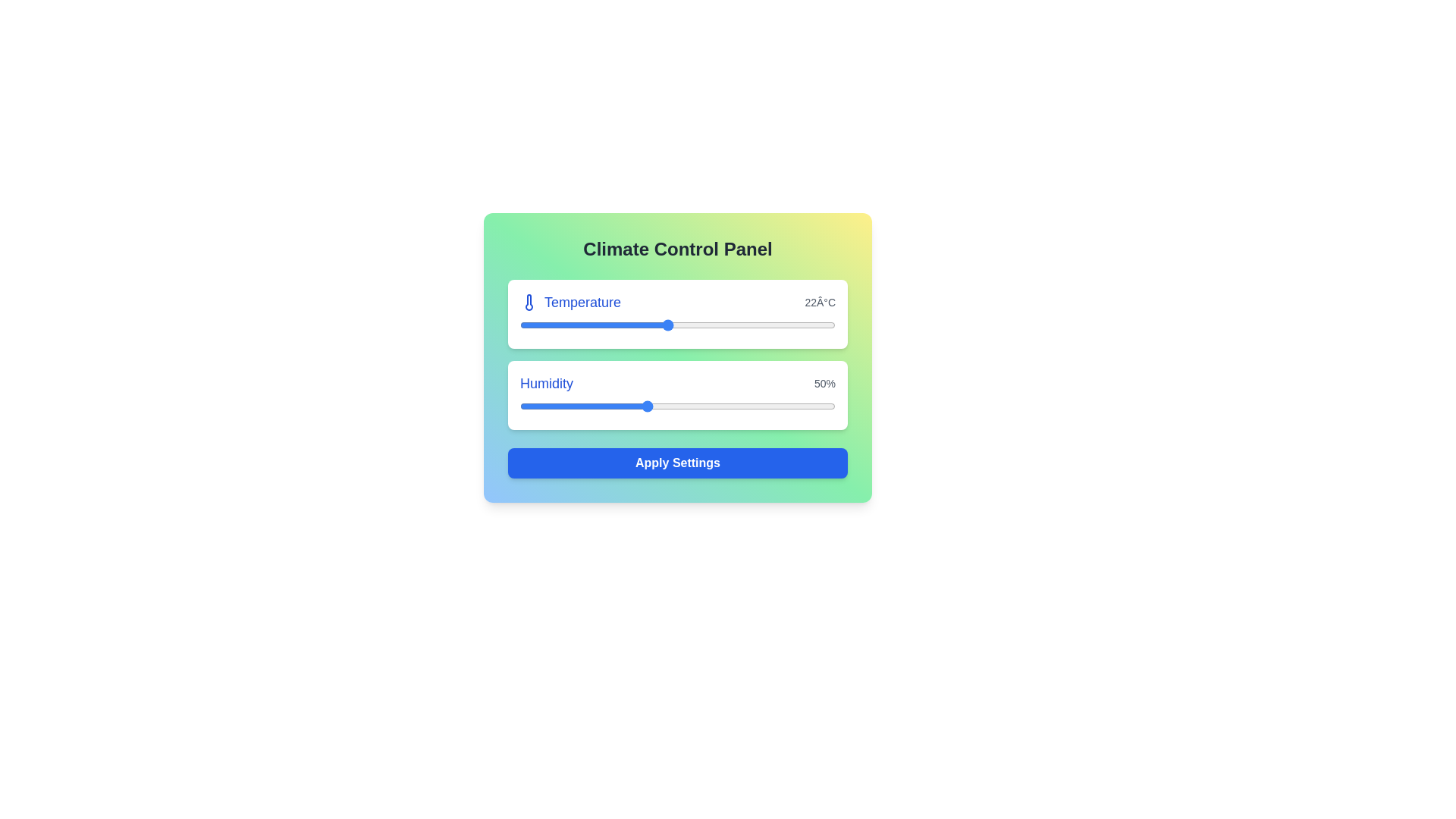  I want to click on the sliders on the 'Climate Control Panel' to adjust the values for Temperature and Humidity, so click(676, 357).